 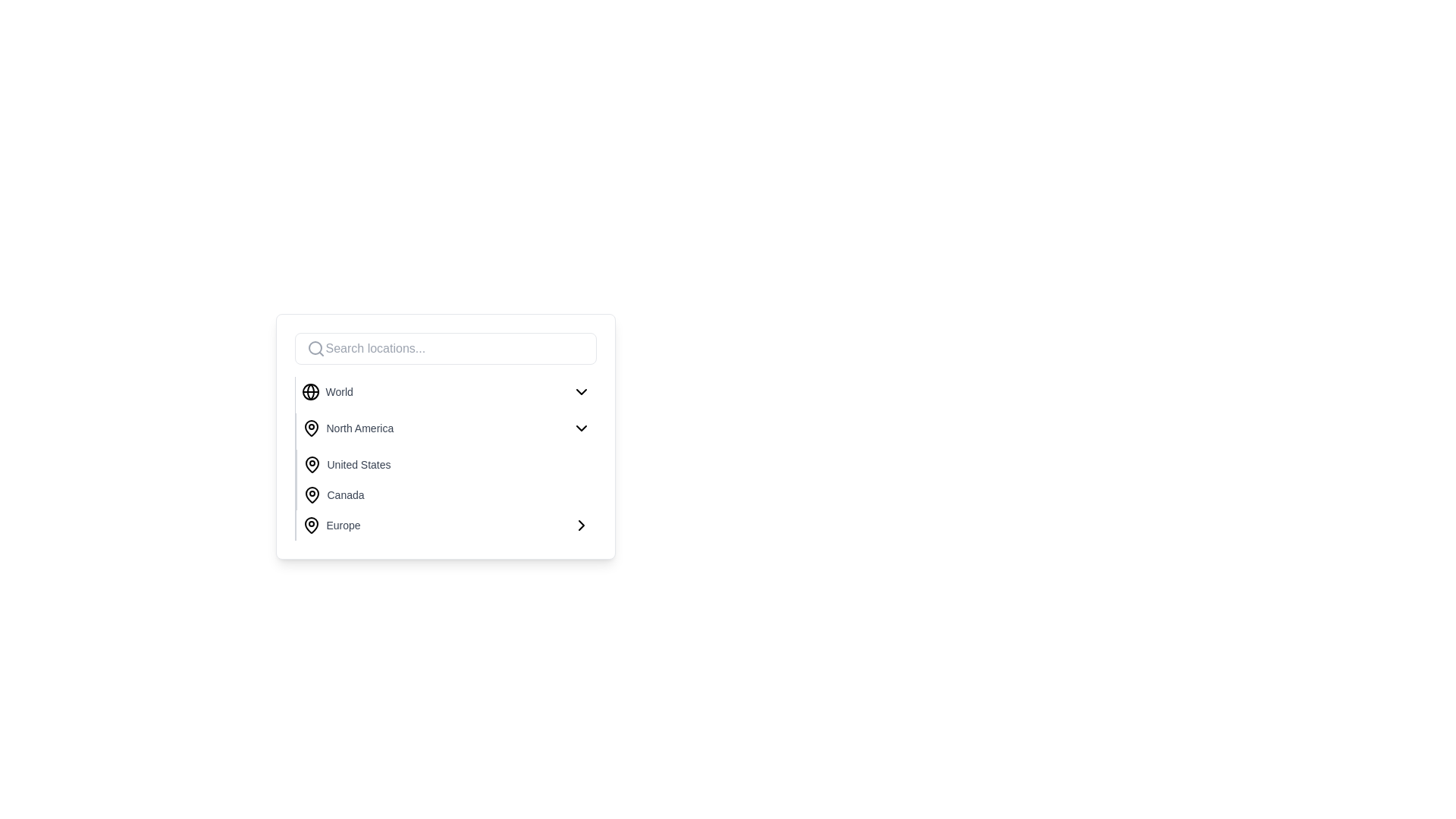 I want to click on the first selectable option in the dropdown menu located under the search bar, so click(x=445, y=391).